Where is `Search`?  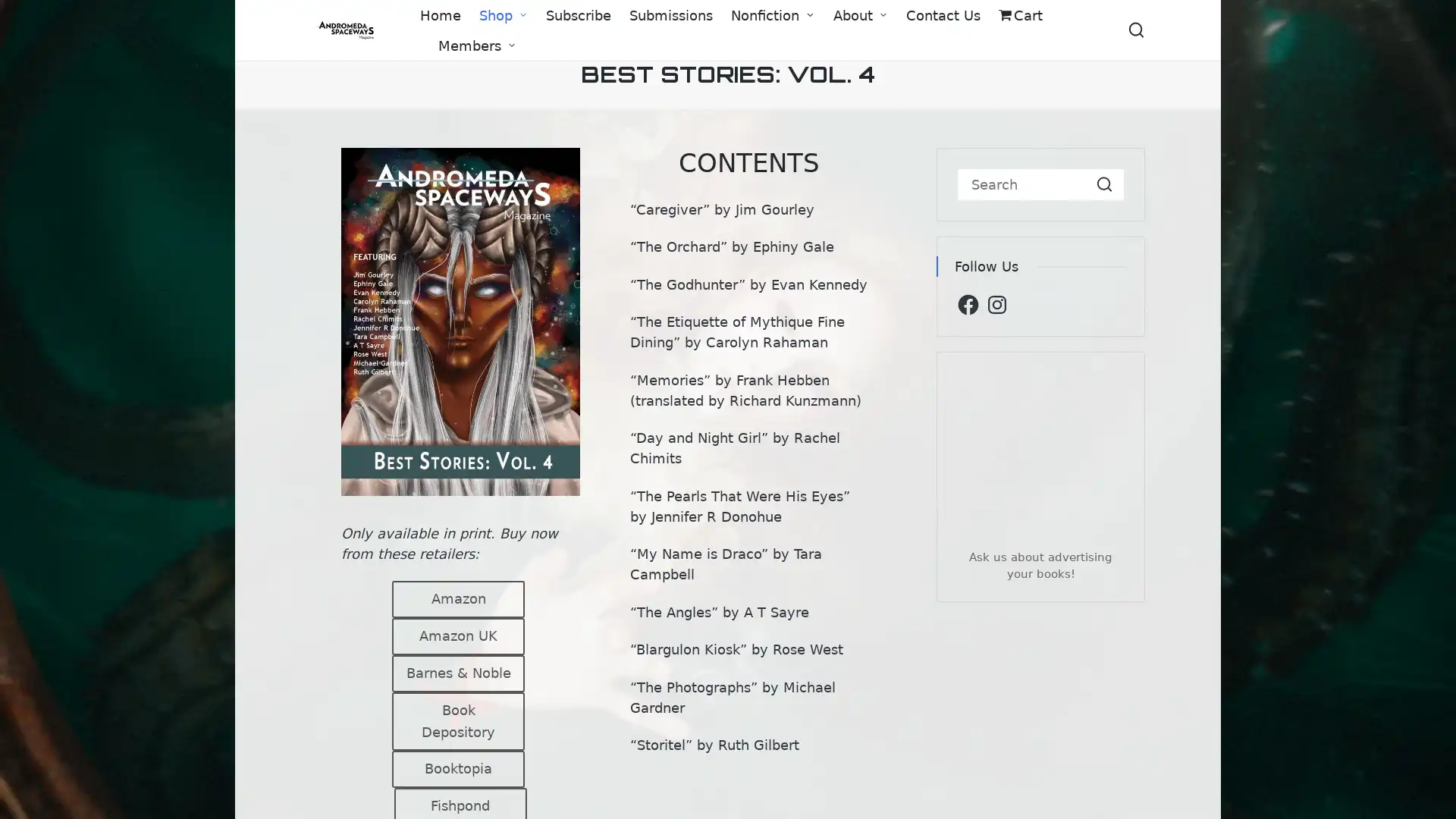 Search is located at coordinates (1104, 184).